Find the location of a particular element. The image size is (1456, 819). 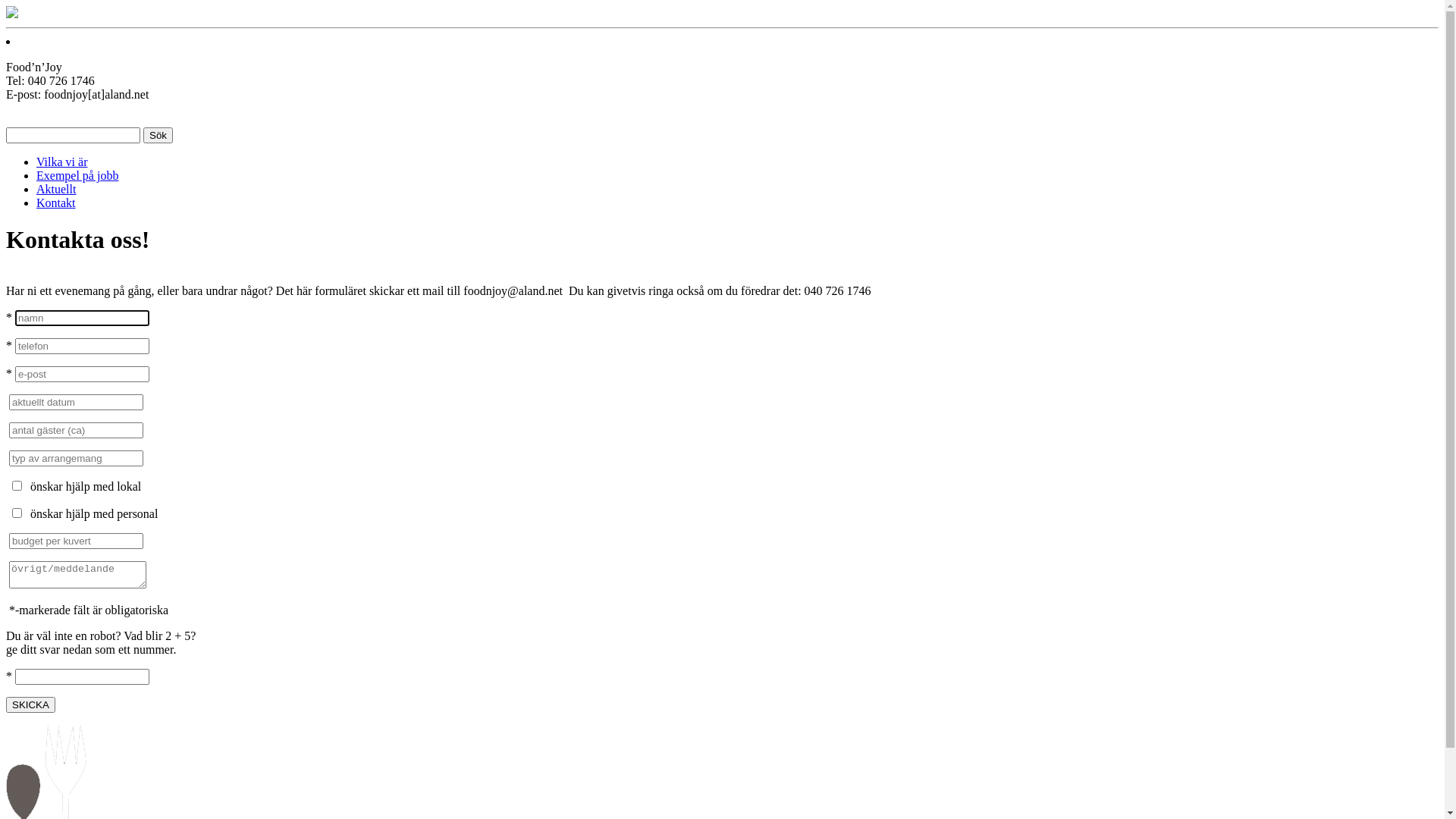

'Kontakt' is located at coordinates (55, 202).